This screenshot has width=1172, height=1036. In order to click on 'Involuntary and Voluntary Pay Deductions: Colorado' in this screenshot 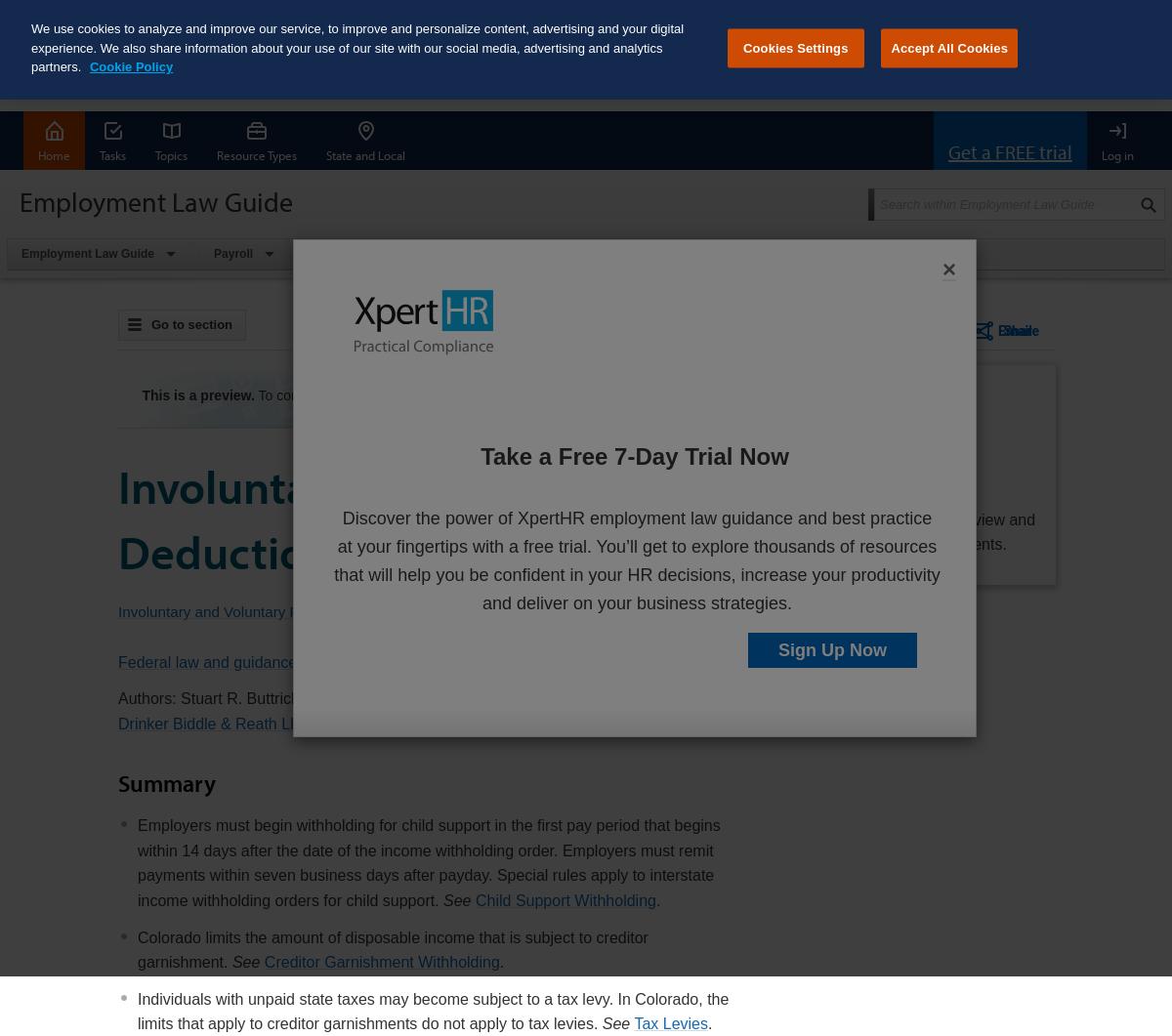, I will do `click(422, 518)`.